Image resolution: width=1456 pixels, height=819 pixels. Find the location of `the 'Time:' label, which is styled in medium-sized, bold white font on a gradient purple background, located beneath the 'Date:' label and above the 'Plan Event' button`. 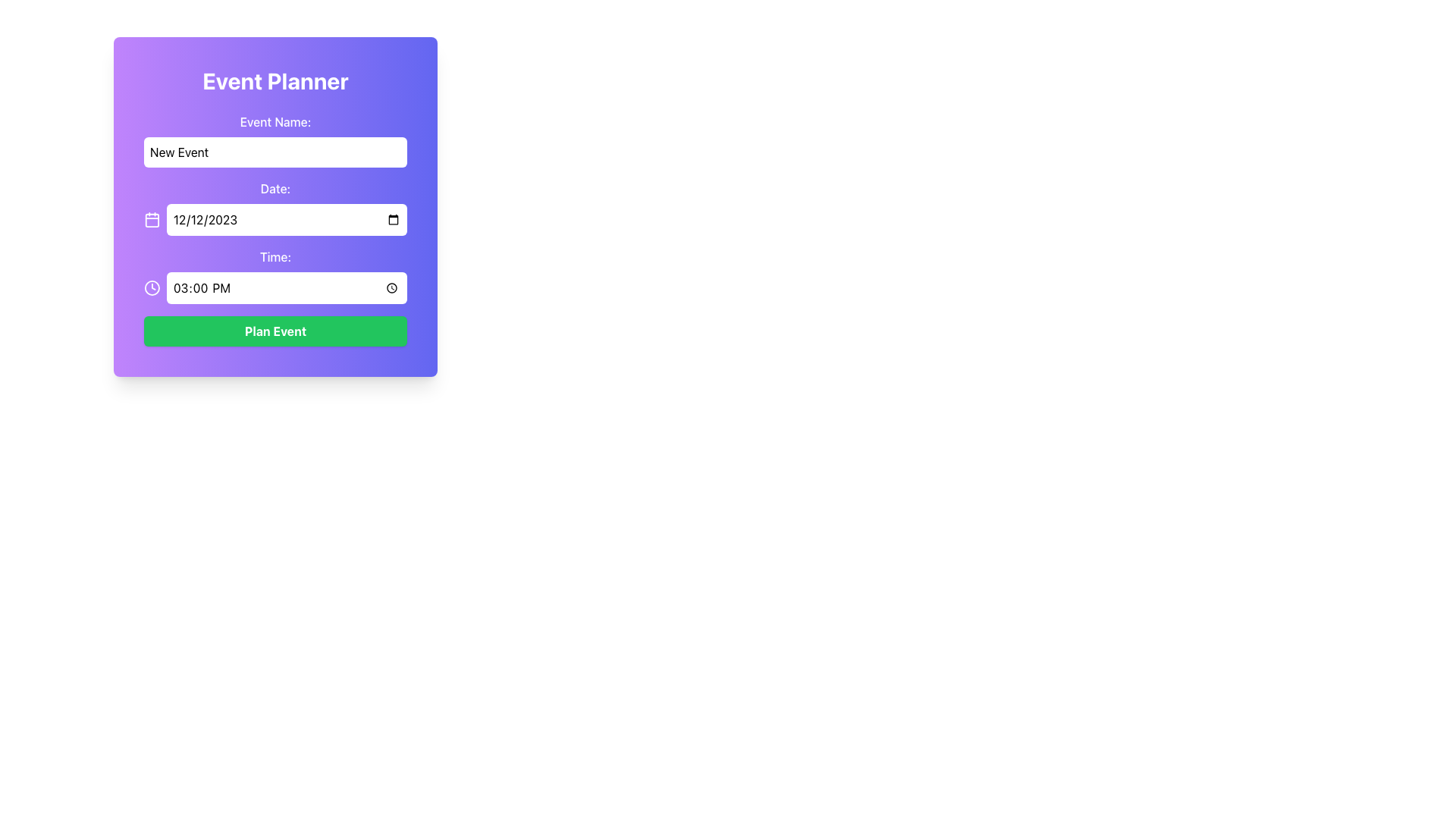

the 'Time:' label, which is styled in medium-sized, bold white font on a gradient purple background, located beneath the 'Date:' label and above the 'Plan Event' button is located at coordinates (275, 275).